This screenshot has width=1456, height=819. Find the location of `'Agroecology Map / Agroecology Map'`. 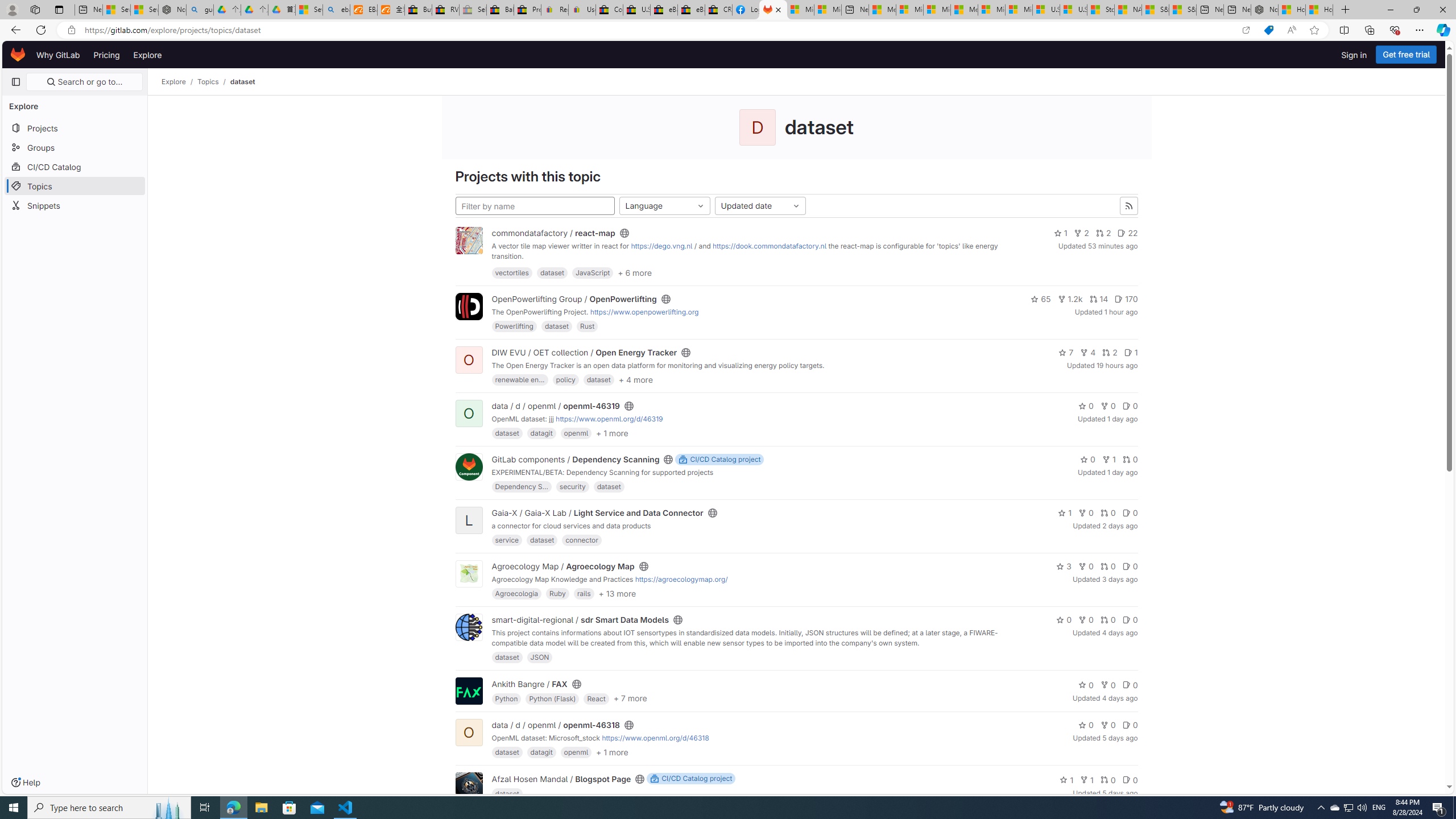

'Agroecology Map / Agroecology Map' is located at coordinates (563, 566).